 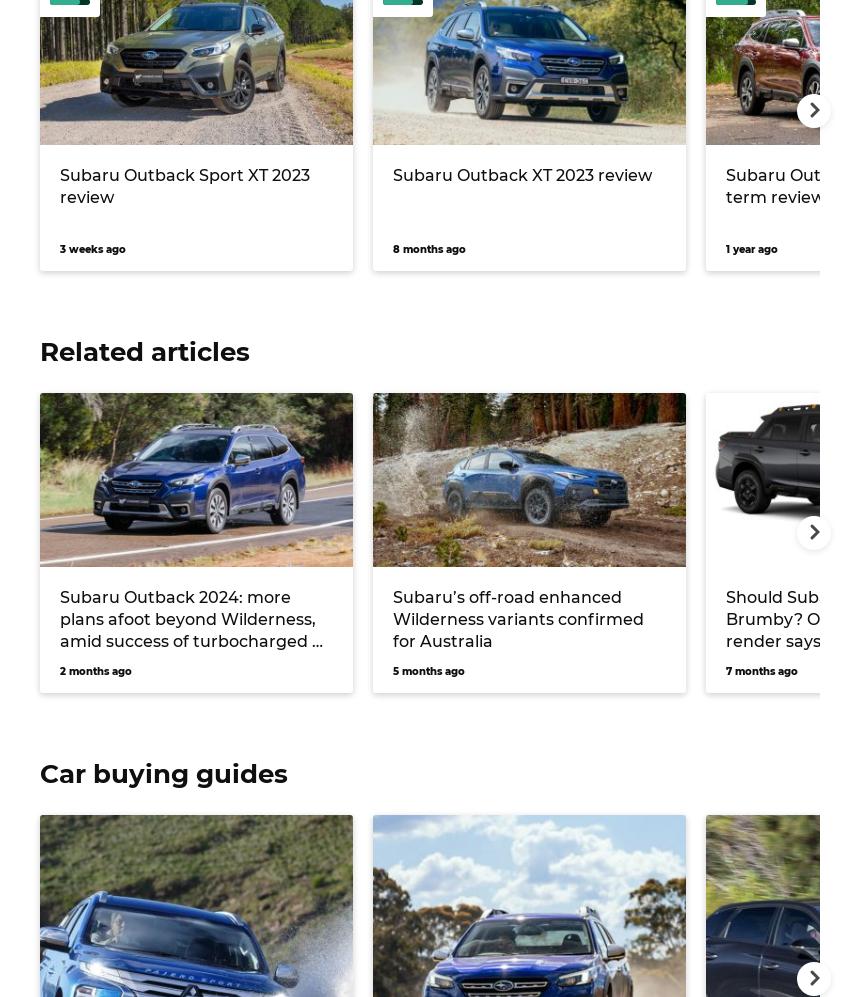 What do you see at coordinates (393, 617) in the screenshot?
I see `'Subaru’s off-road enhanced Wilderness variants confirmed for Australia'` at bounding box center [393, 617].